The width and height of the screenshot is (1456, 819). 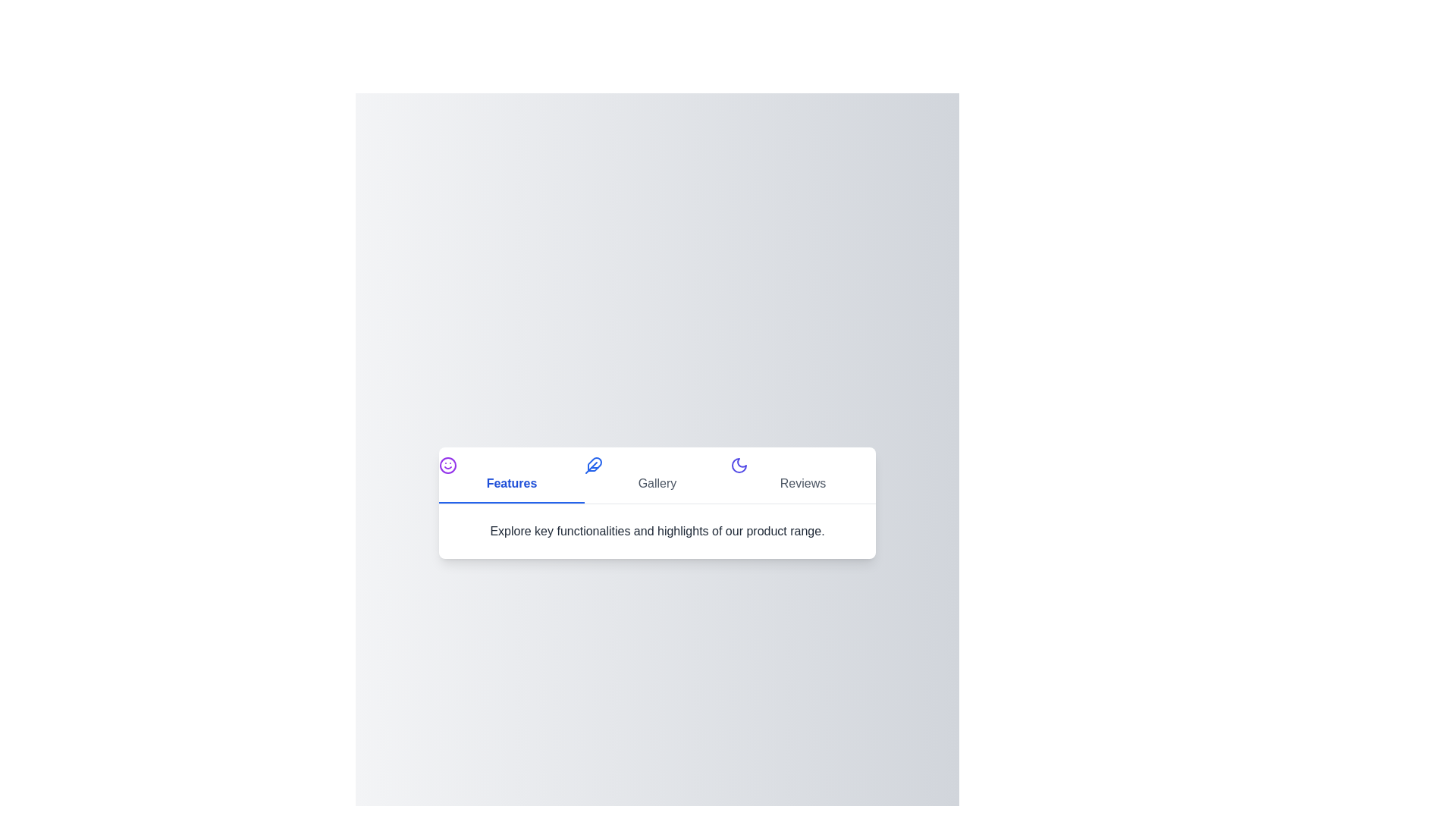 I want to click on the 'Reviews' tab button to switch to the Reviews tab, so click(x=802, y=474).